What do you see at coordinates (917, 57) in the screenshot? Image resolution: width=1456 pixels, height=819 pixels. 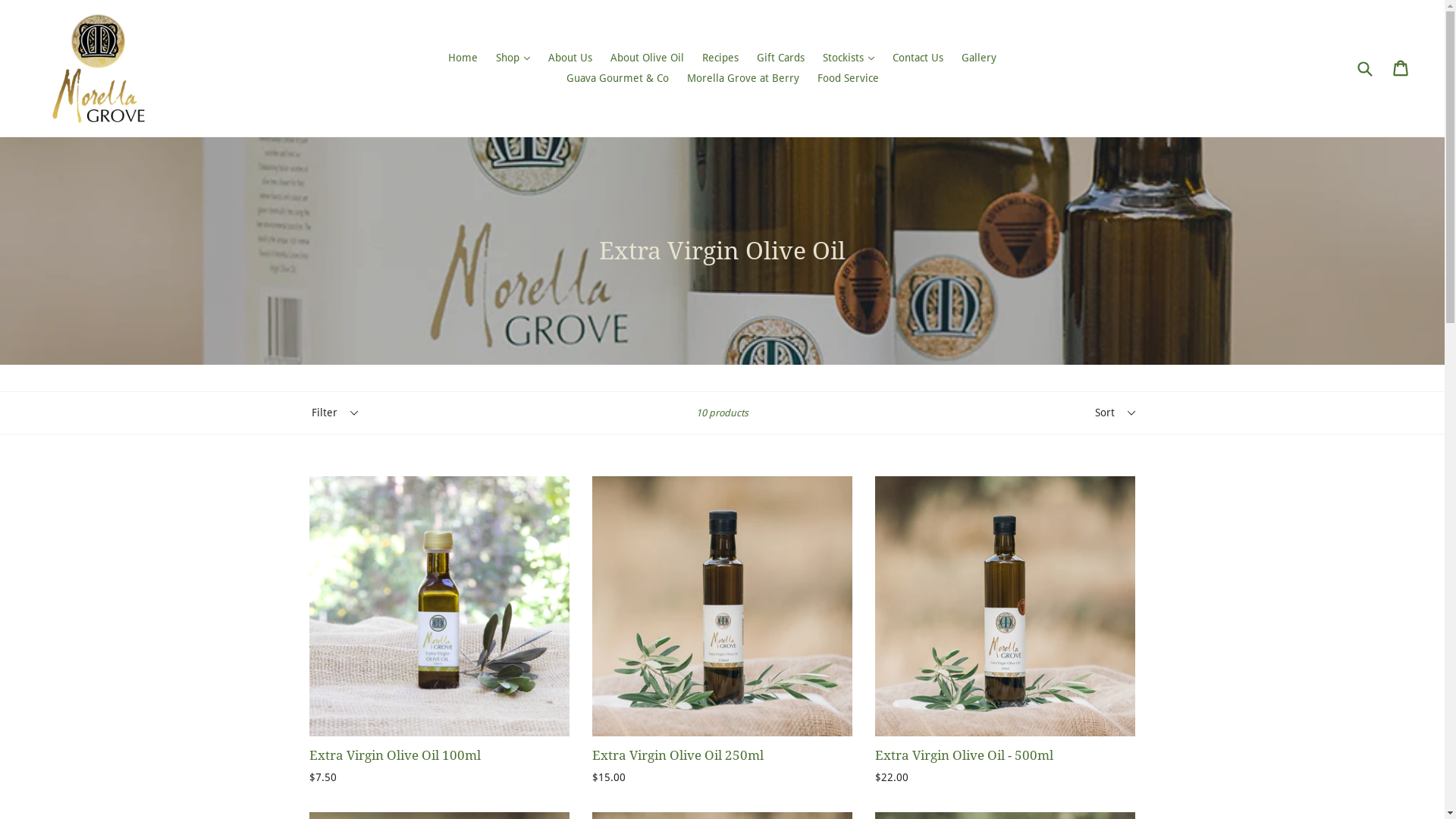 I see `'Contact Us'` at bounding box center [917, 57].